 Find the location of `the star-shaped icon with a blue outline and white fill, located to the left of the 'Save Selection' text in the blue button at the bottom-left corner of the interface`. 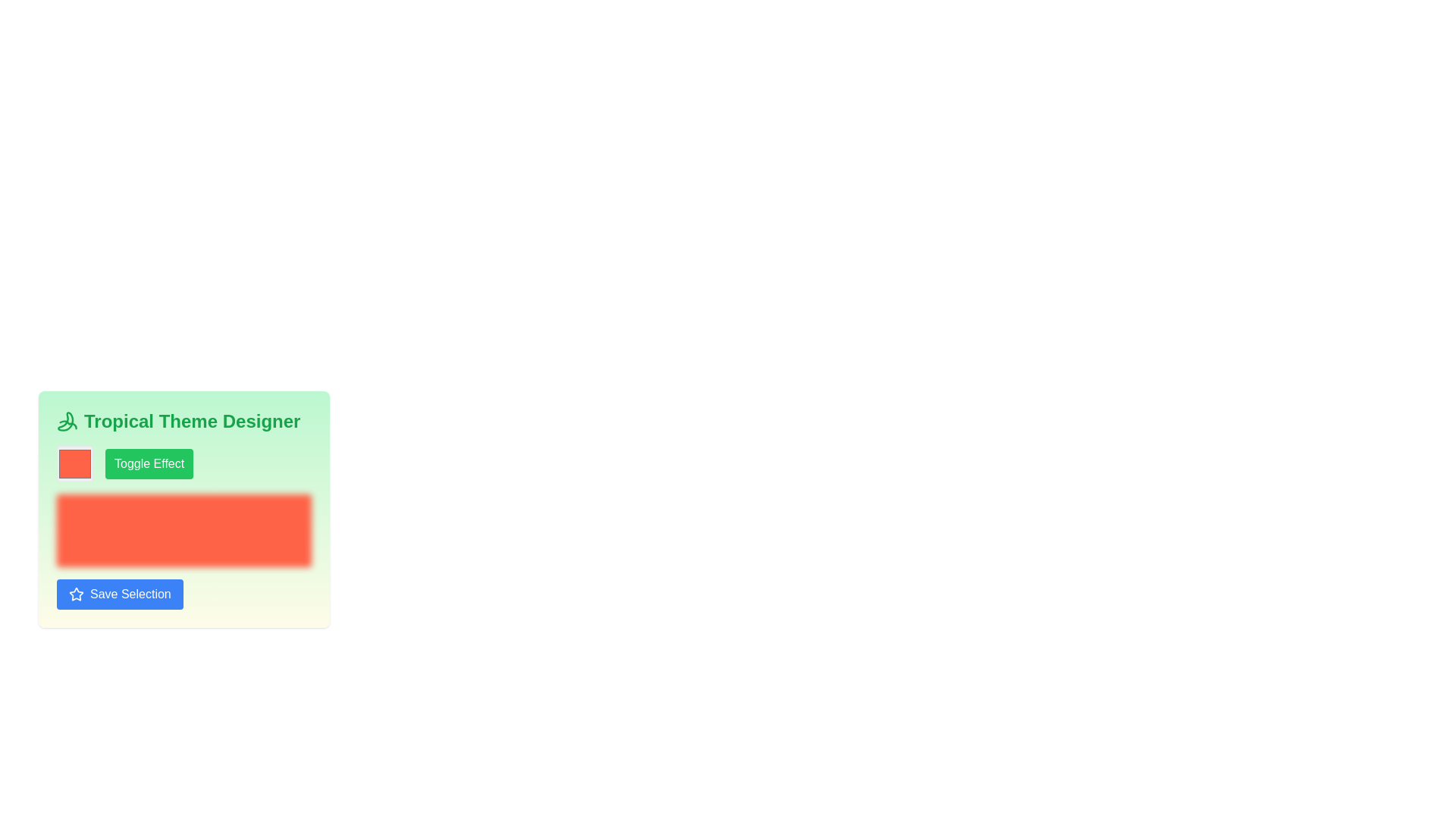

the star-shaped icon with a blue outline and white fill, located to the left of the 'Save Selection' text in the blue button at the bottom-left corner of the interface is located at coordinates (75, 593).